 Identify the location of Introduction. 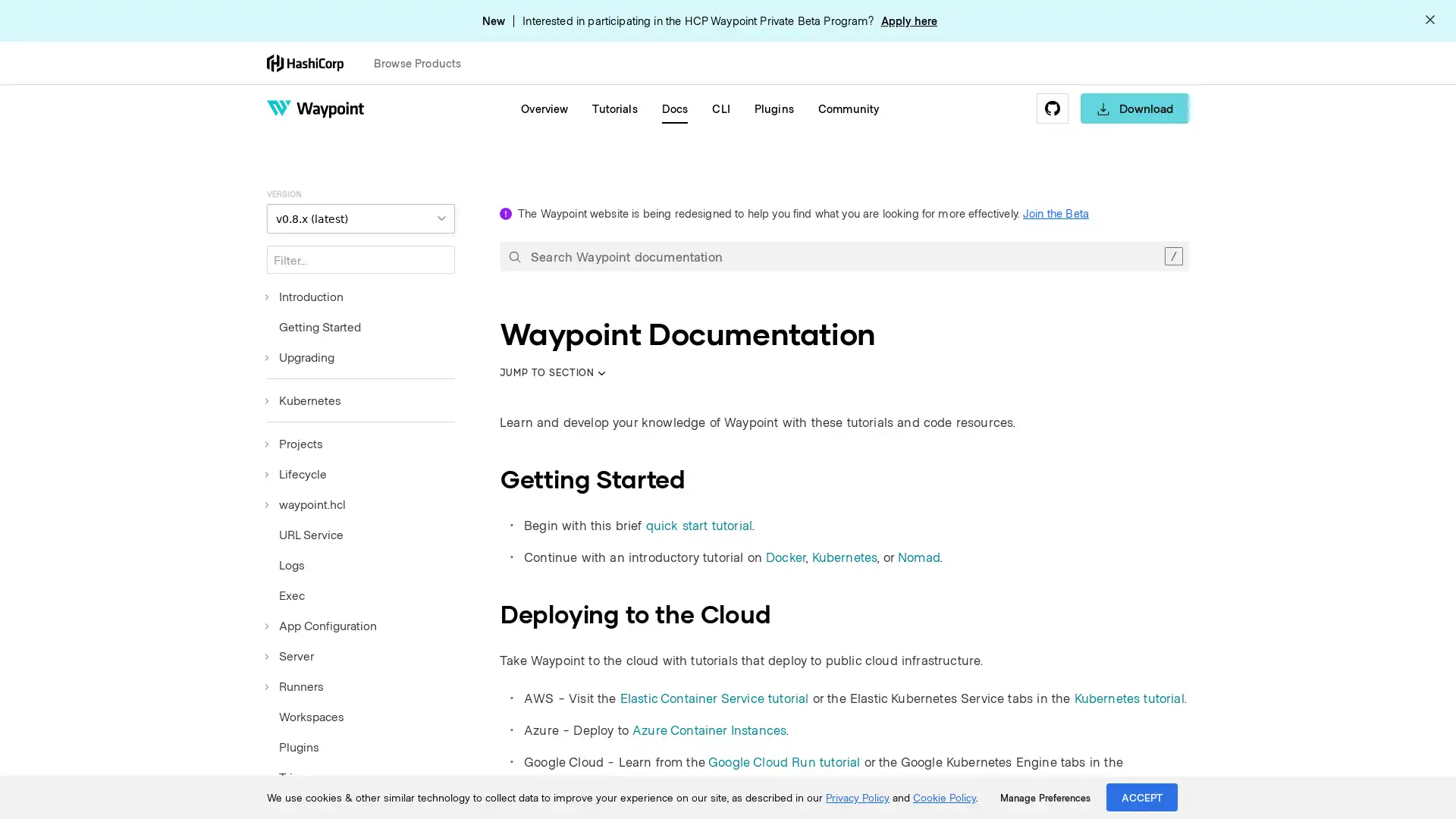
(304, 296).